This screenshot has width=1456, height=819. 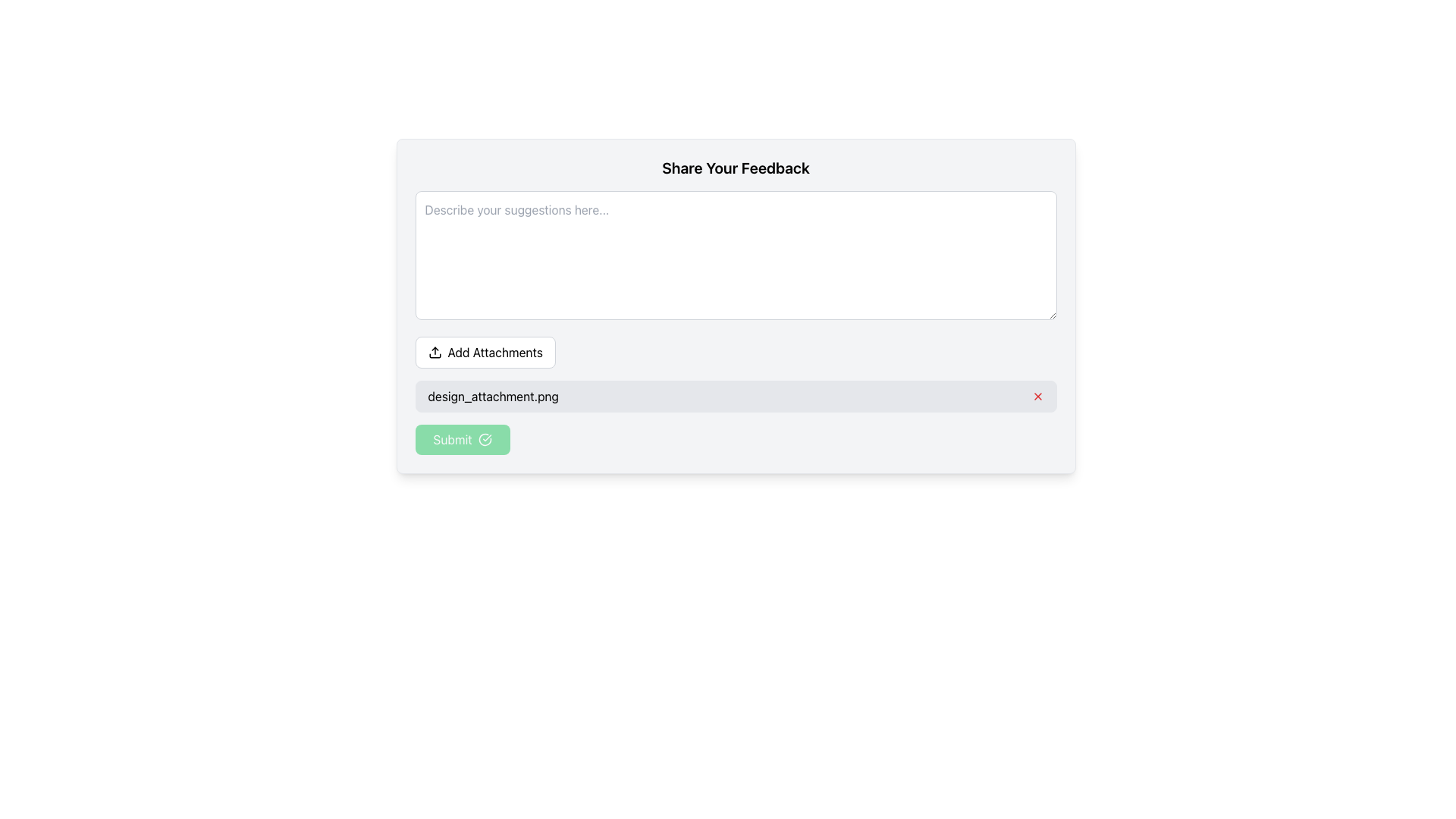 I want to click on the file upload button located beneath the 'Share Your Feedback' text input area, to the left of the displayed file name 'design_attachment.png', so click(x=485, y=353).